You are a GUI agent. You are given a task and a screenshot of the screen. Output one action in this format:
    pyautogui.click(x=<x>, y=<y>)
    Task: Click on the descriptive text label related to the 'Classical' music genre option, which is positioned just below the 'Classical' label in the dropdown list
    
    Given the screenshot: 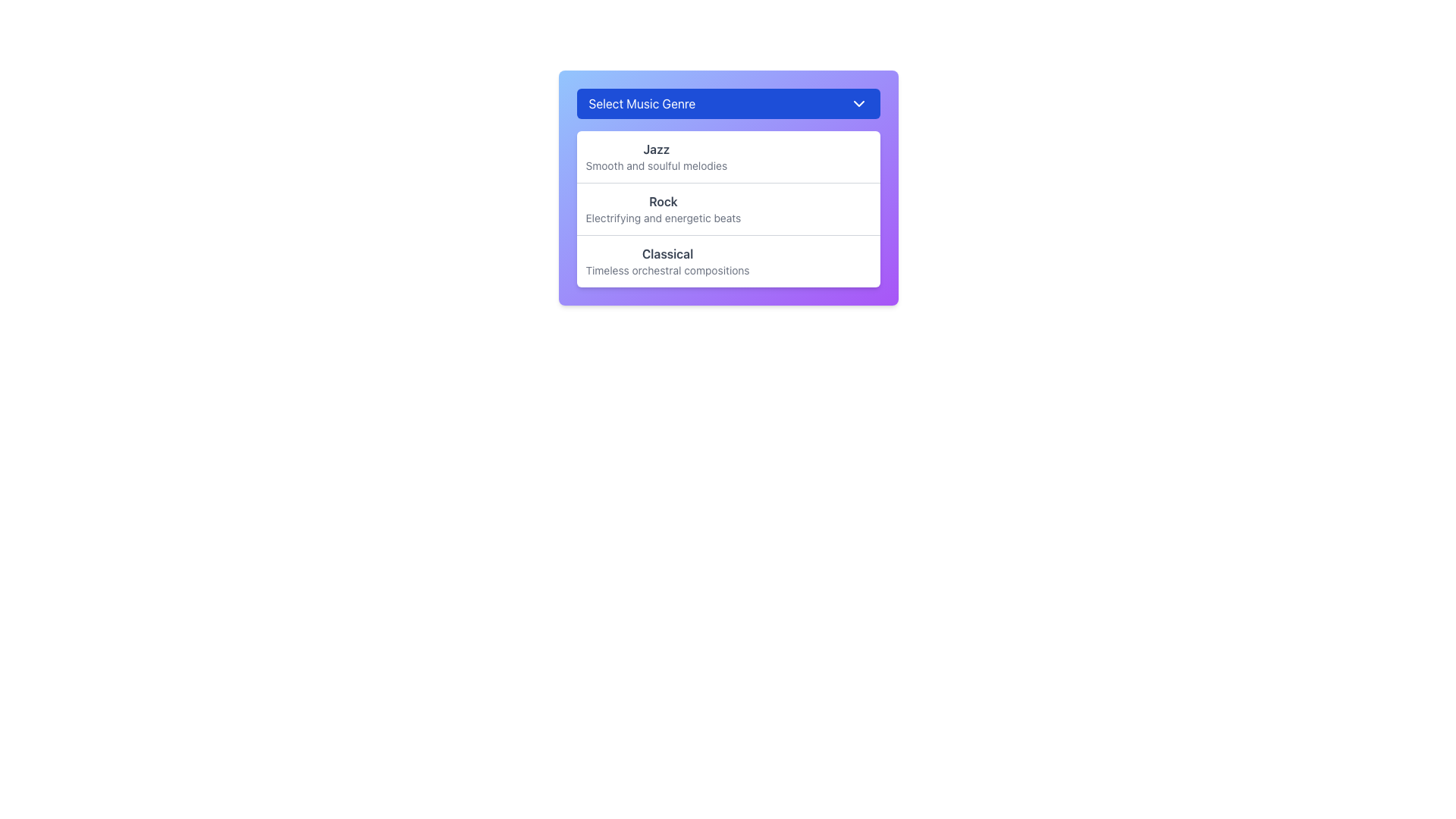 What is the action you would take?
    pyautogui.click(x=667, y=270)
    